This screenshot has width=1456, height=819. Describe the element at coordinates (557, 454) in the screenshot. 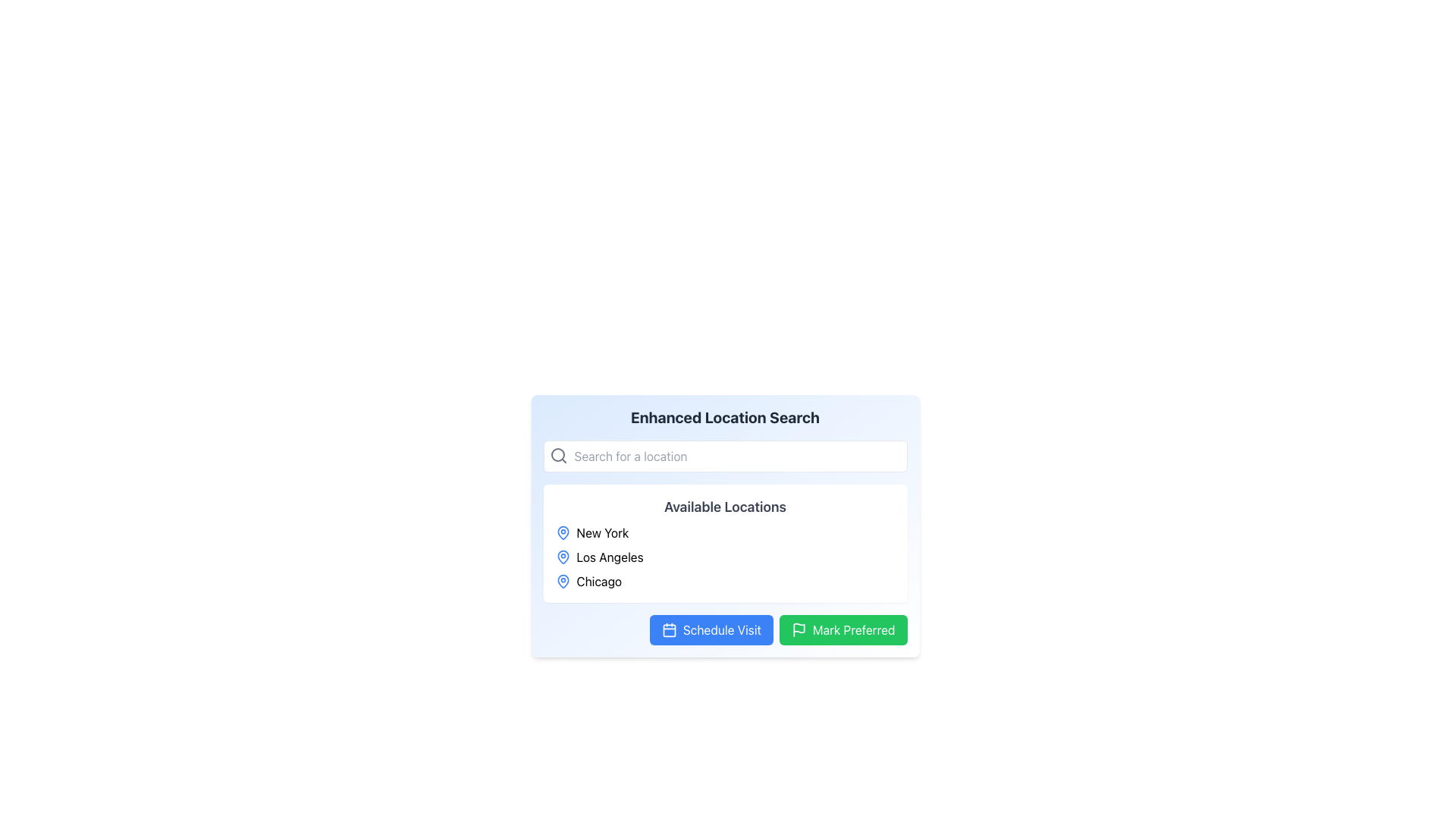

I see `the smaller inner circle of the magnifying glass icon located in the lower-left area of the search bar within the 'Enhanced Location Search' section` at that location.